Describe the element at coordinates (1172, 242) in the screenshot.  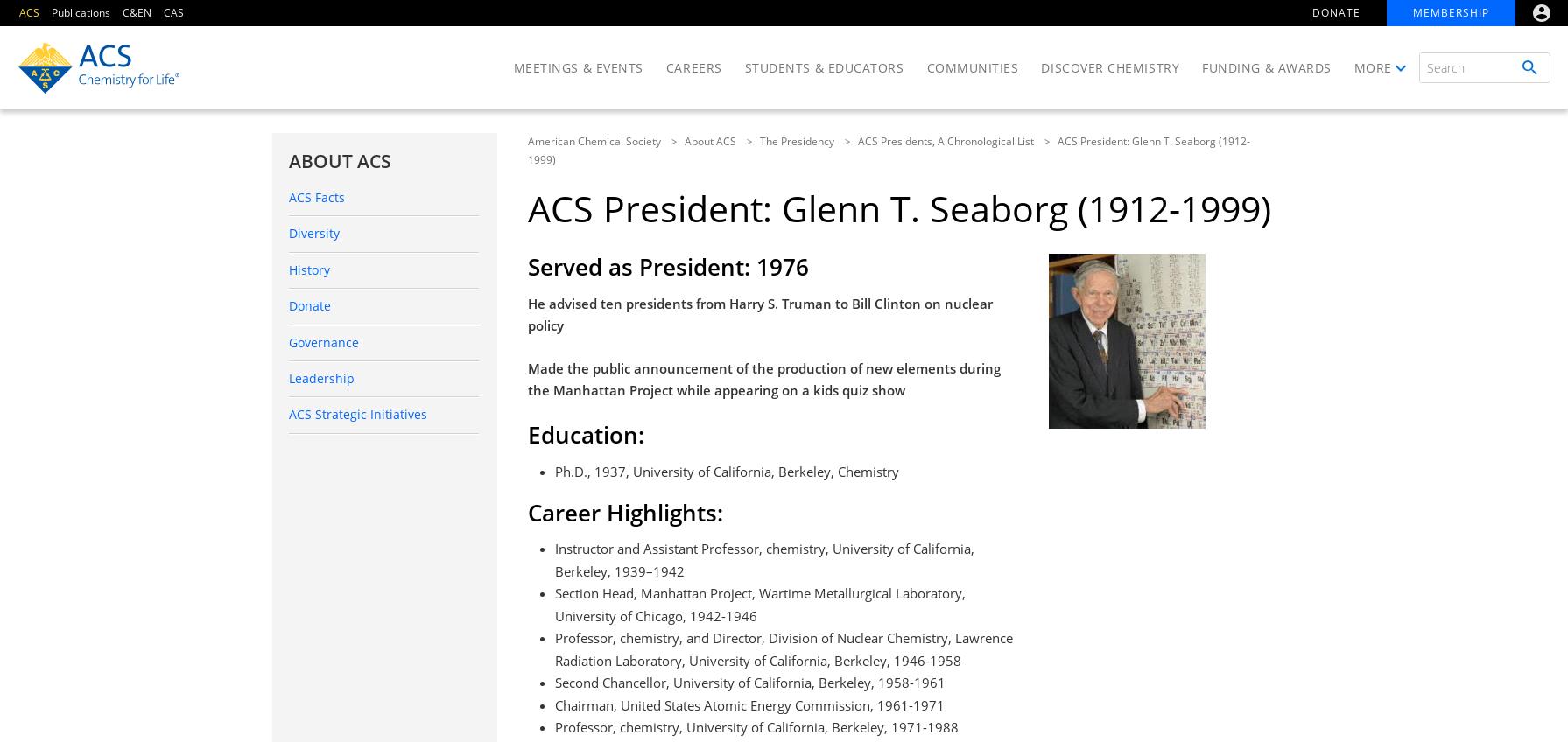
I see `'Chemical & Laboratory Safety'` at that location.